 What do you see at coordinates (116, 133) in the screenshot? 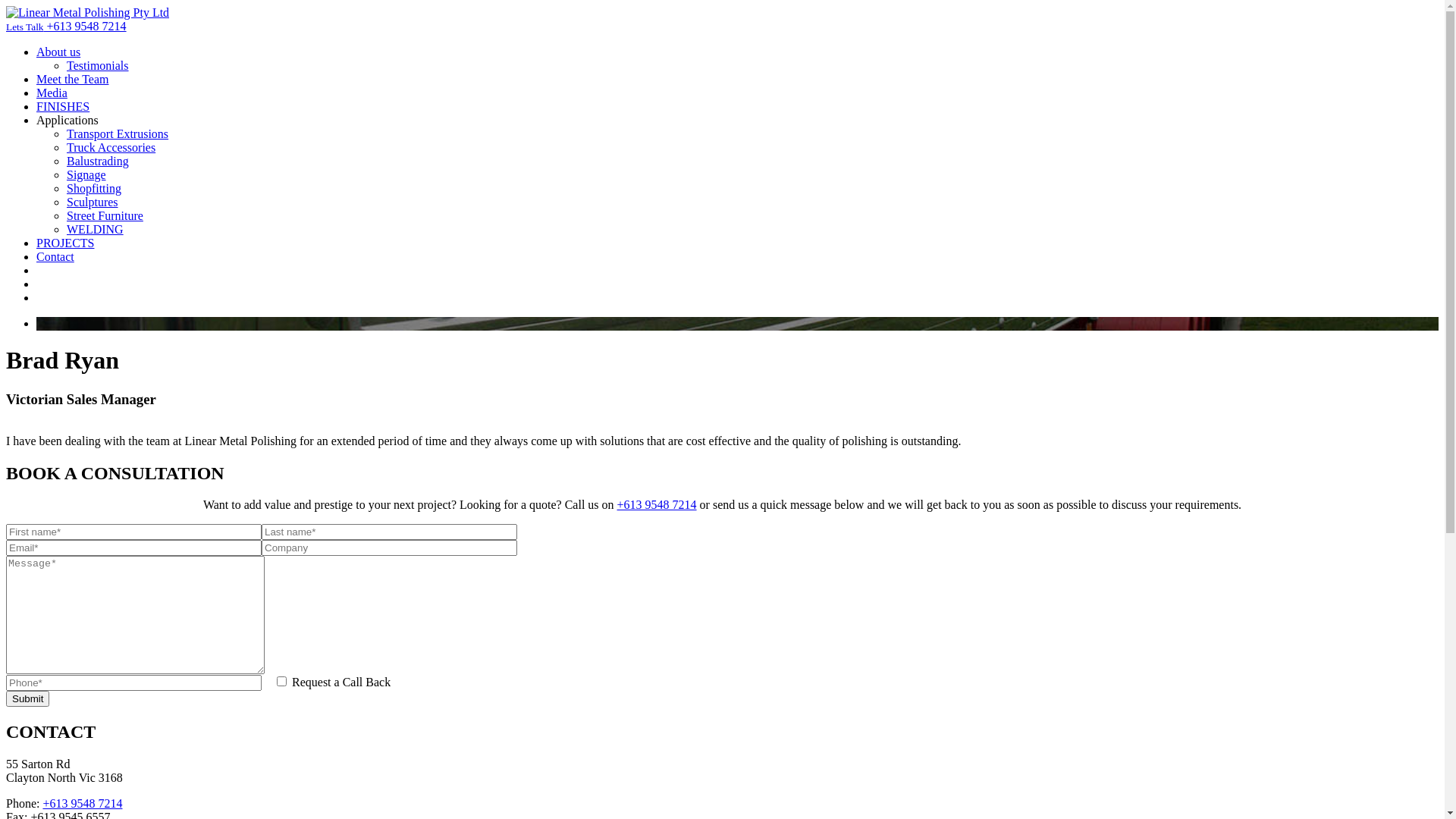
I see `'Transport Extrusions'` at bounding box center [116, 133].